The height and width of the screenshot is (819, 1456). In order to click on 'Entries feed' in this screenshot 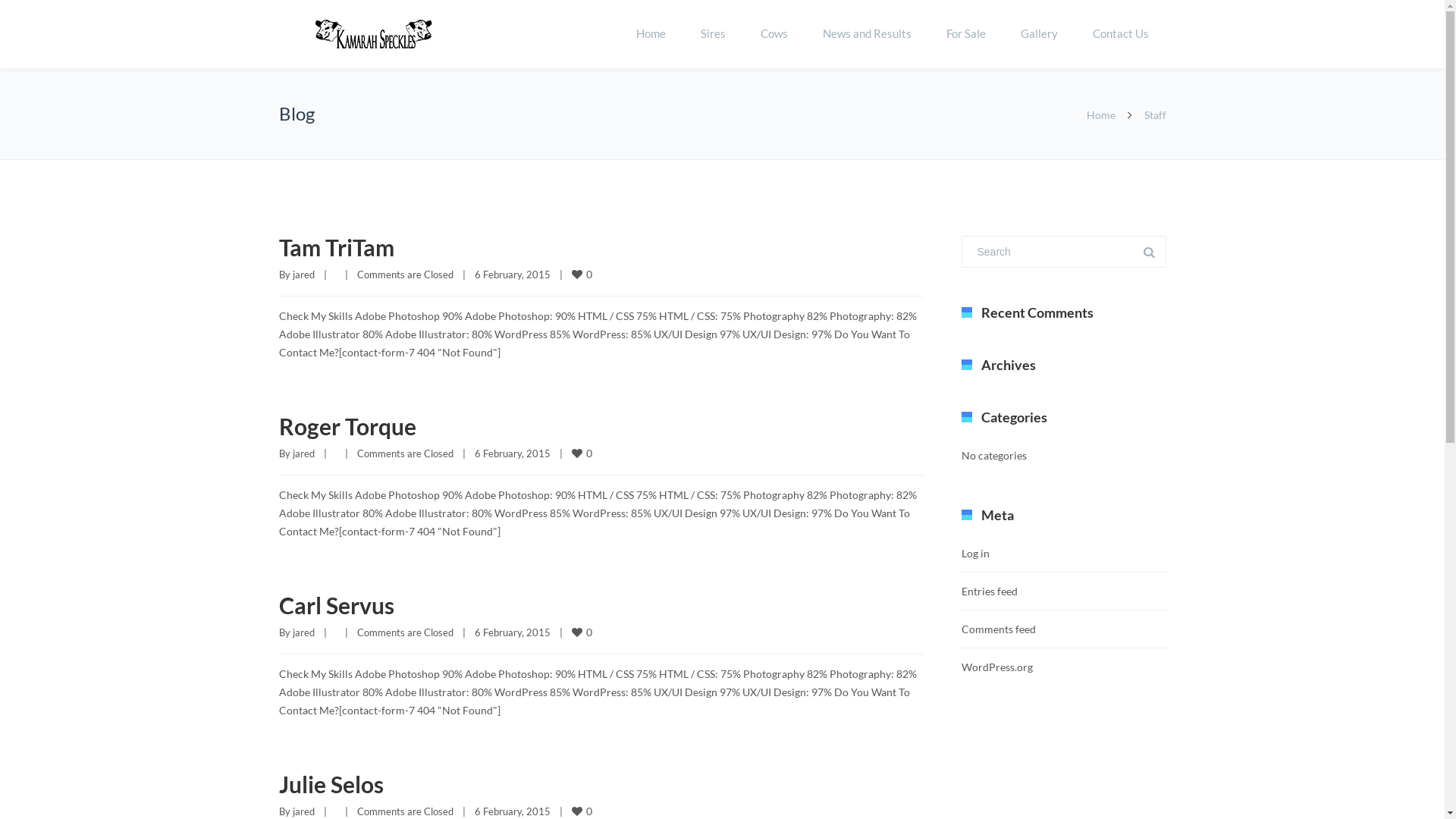, I will do `click(990, 590)`.